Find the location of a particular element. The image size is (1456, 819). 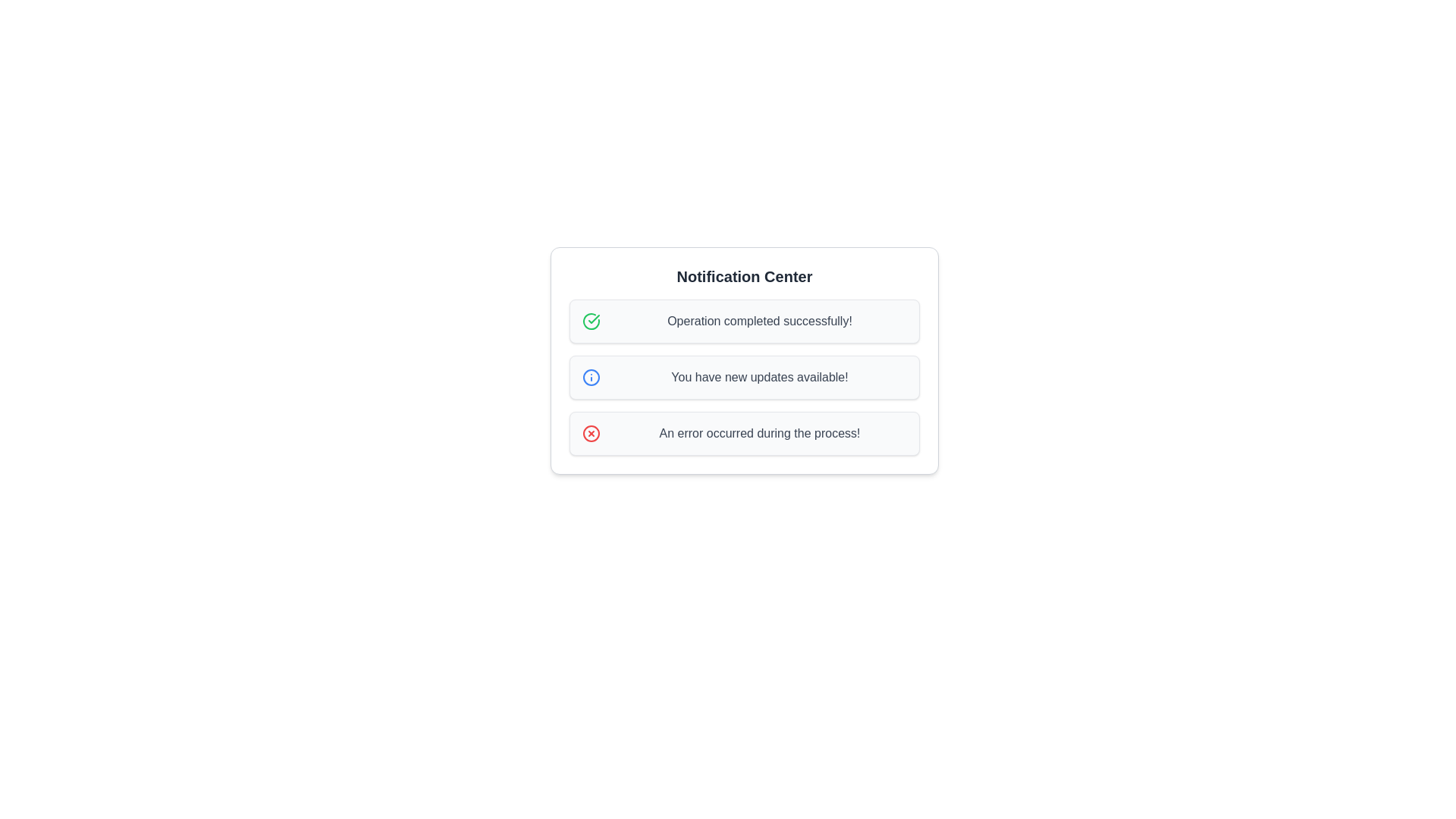

the error icon located at the leftmost part of the bottom row in the notification box is located at coordinates (590, 433).